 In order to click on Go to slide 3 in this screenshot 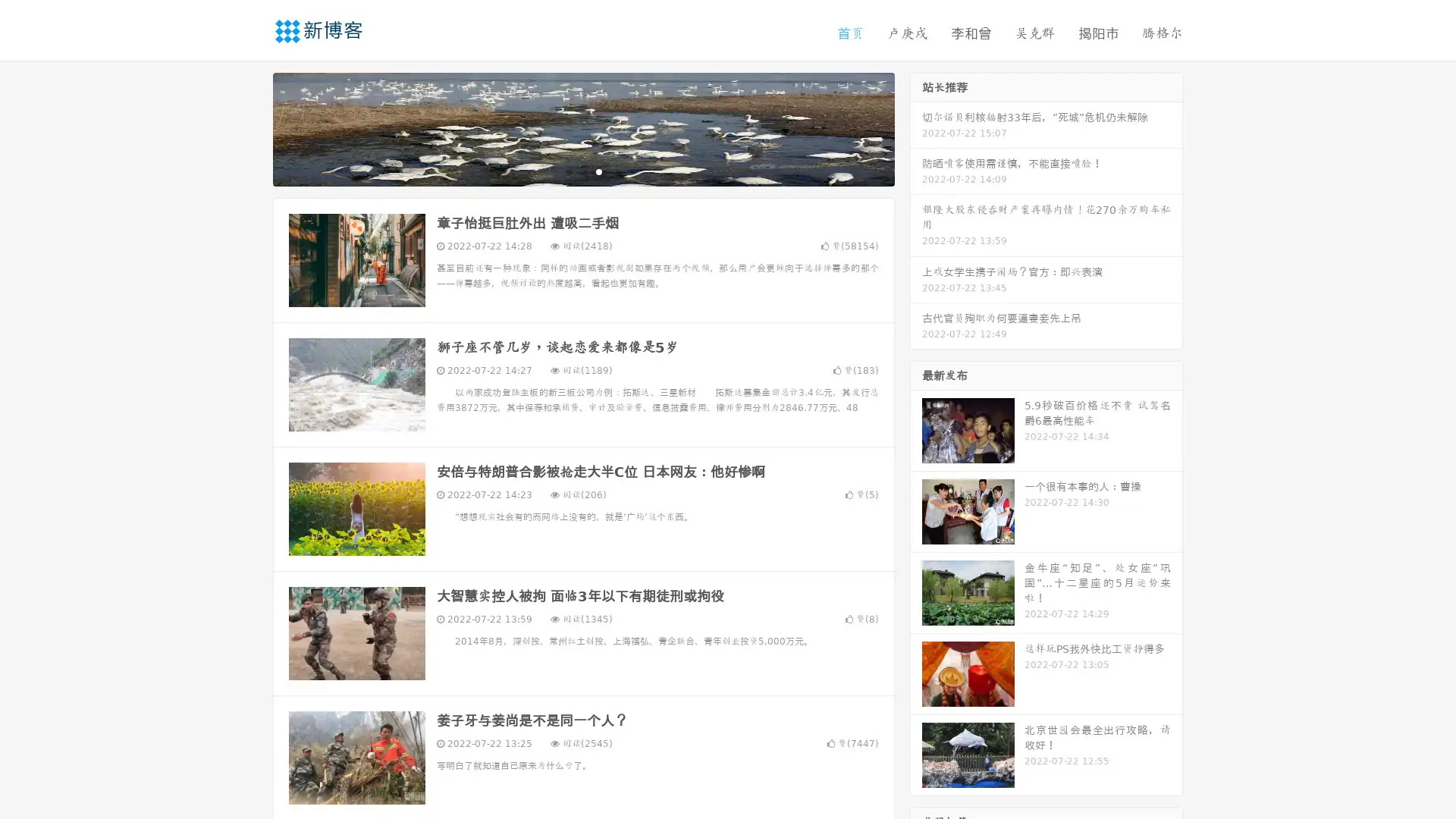, I will do `click(598, 171)`.